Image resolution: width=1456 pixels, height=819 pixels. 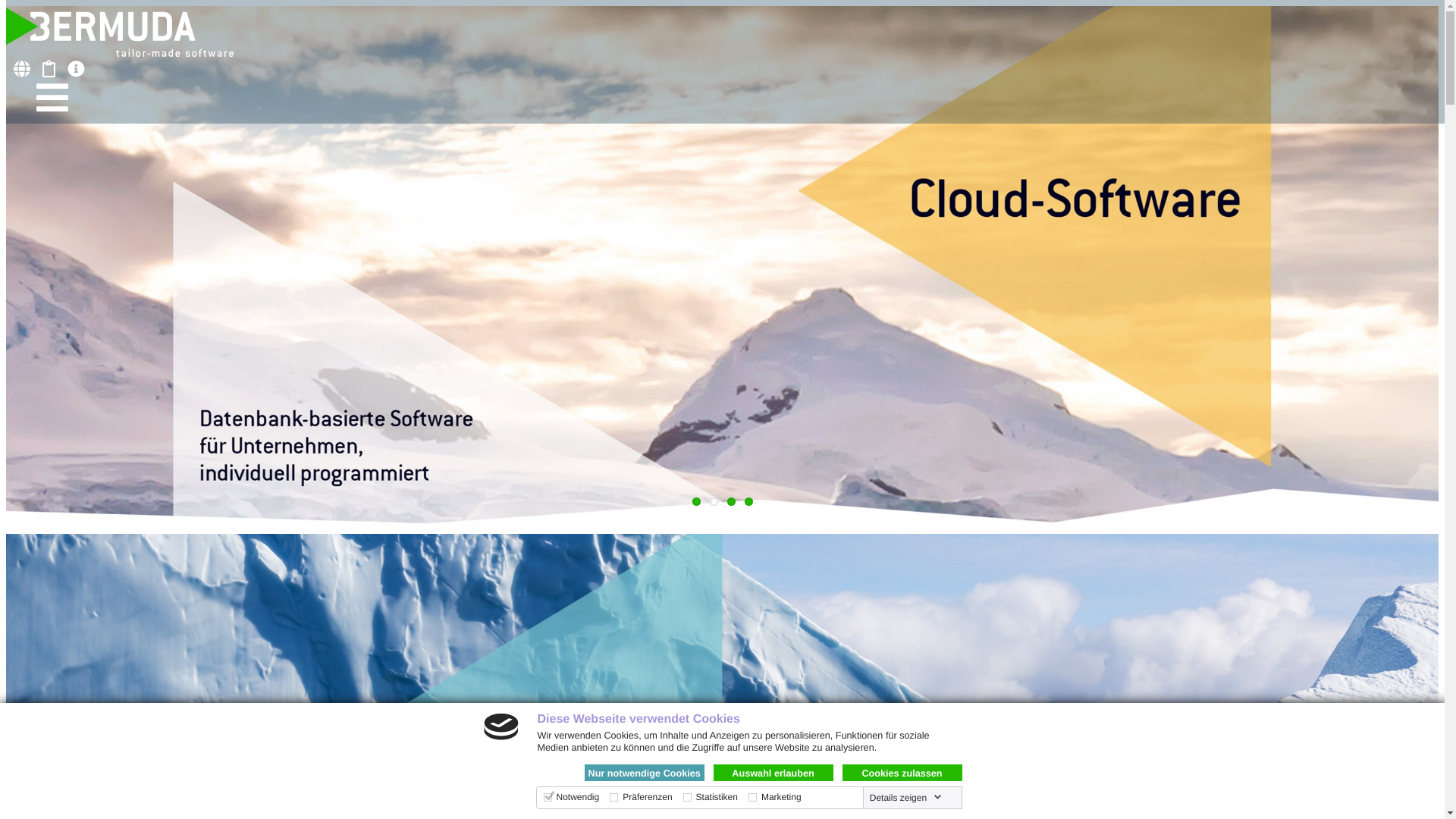 What do you see at coordinates (730, 501) in the screenshot?
I see `'3'` at bounding box center [730, 501].